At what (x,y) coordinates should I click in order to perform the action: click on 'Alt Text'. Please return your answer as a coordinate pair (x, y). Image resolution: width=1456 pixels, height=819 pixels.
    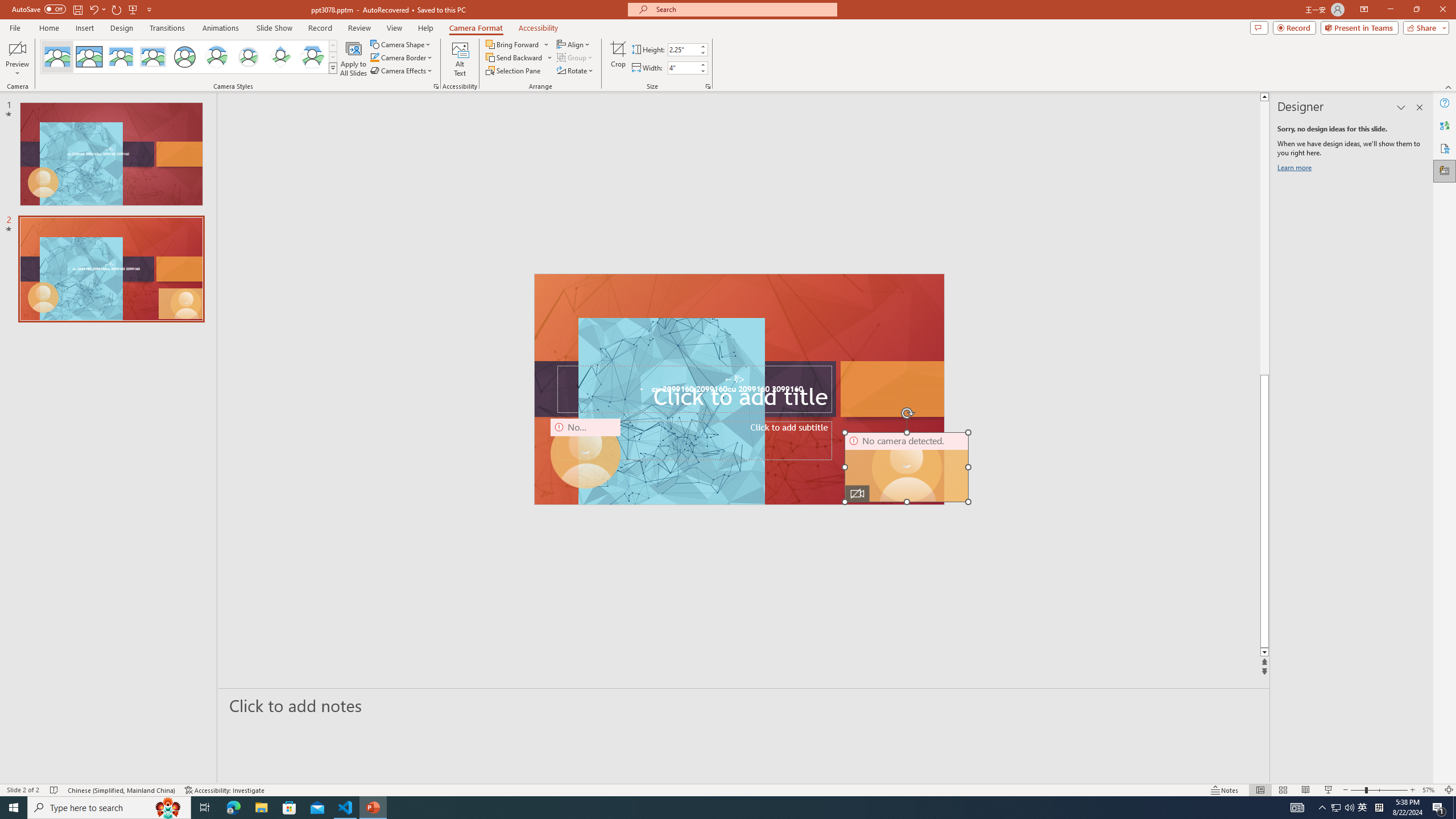
    Looking at the image, I should click on (459, 59).